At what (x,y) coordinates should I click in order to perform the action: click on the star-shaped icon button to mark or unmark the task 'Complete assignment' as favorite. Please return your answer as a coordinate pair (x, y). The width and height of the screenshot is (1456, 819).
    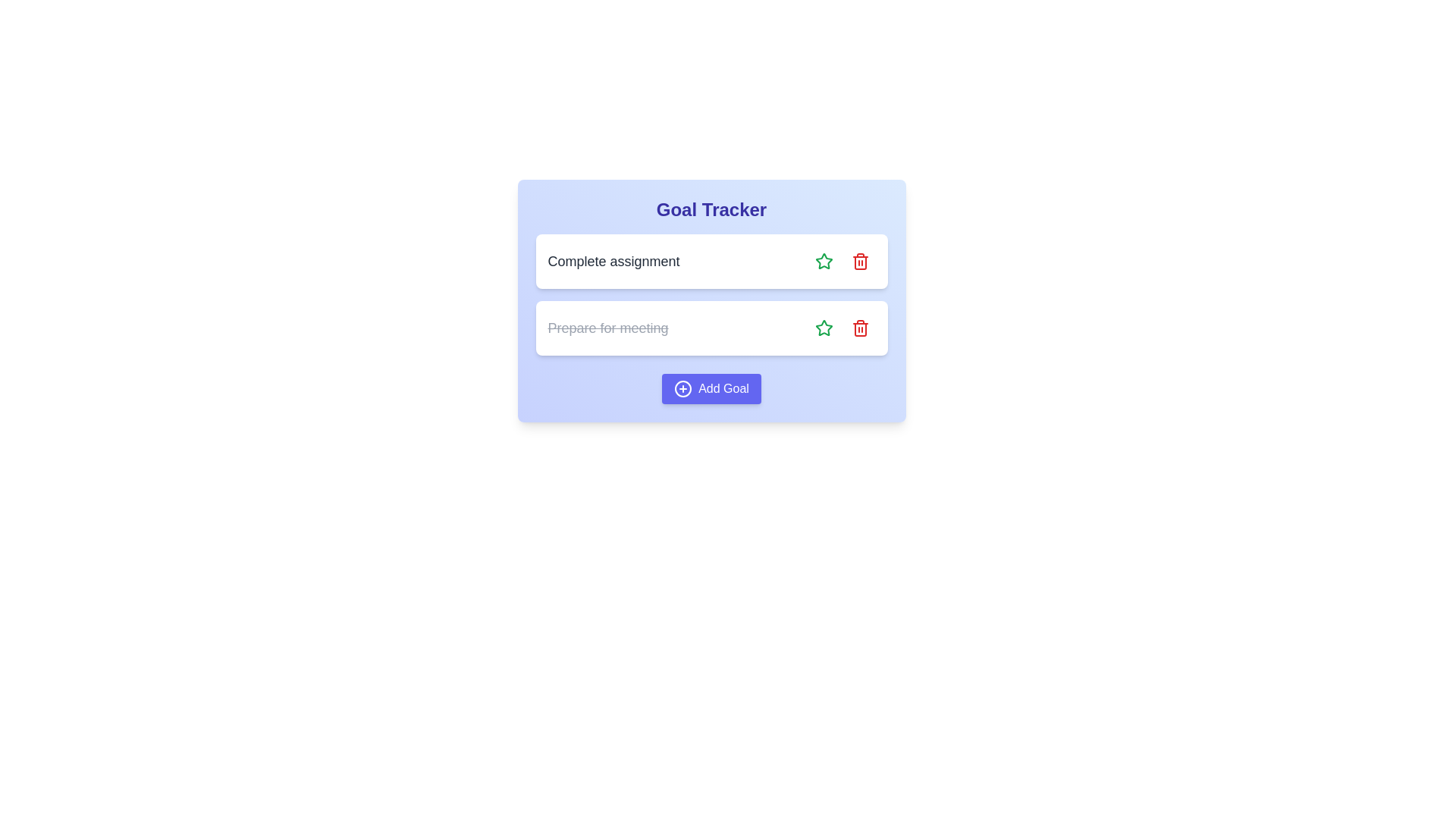
    Looking at the image, I should click on (823, 260).